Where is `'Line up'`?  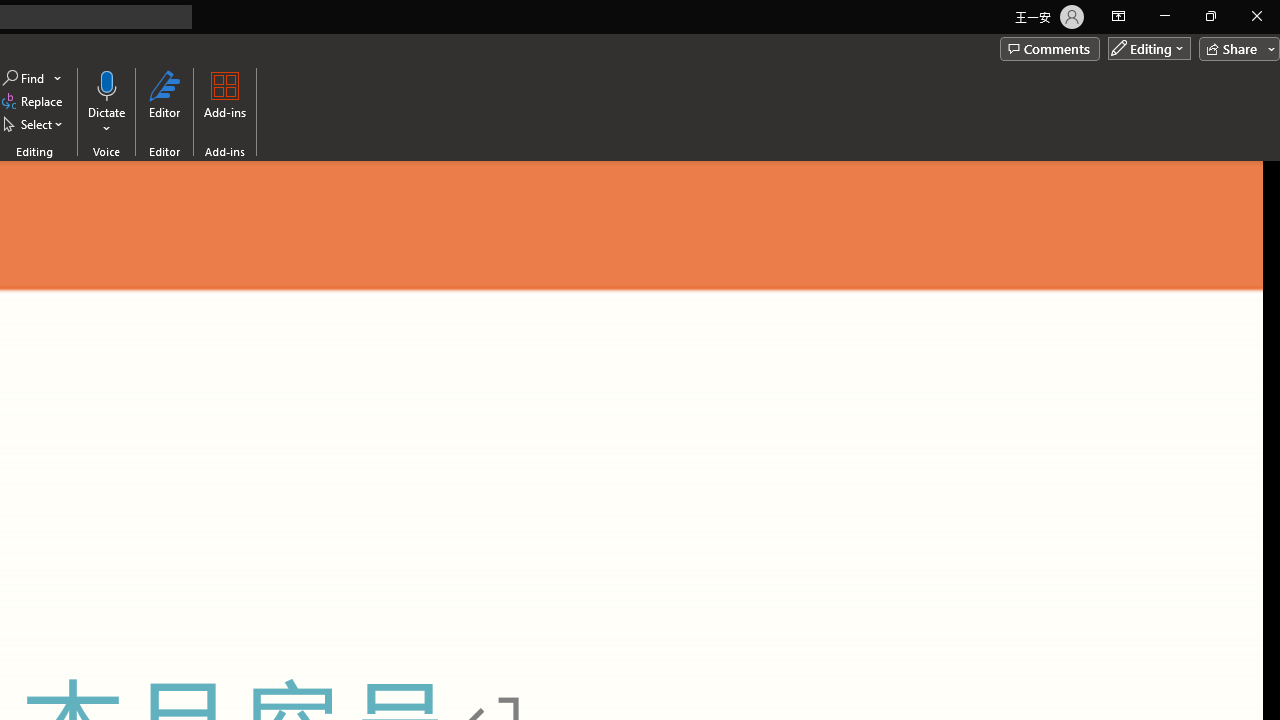 'Line up' is located at coordinates (1270, 168).